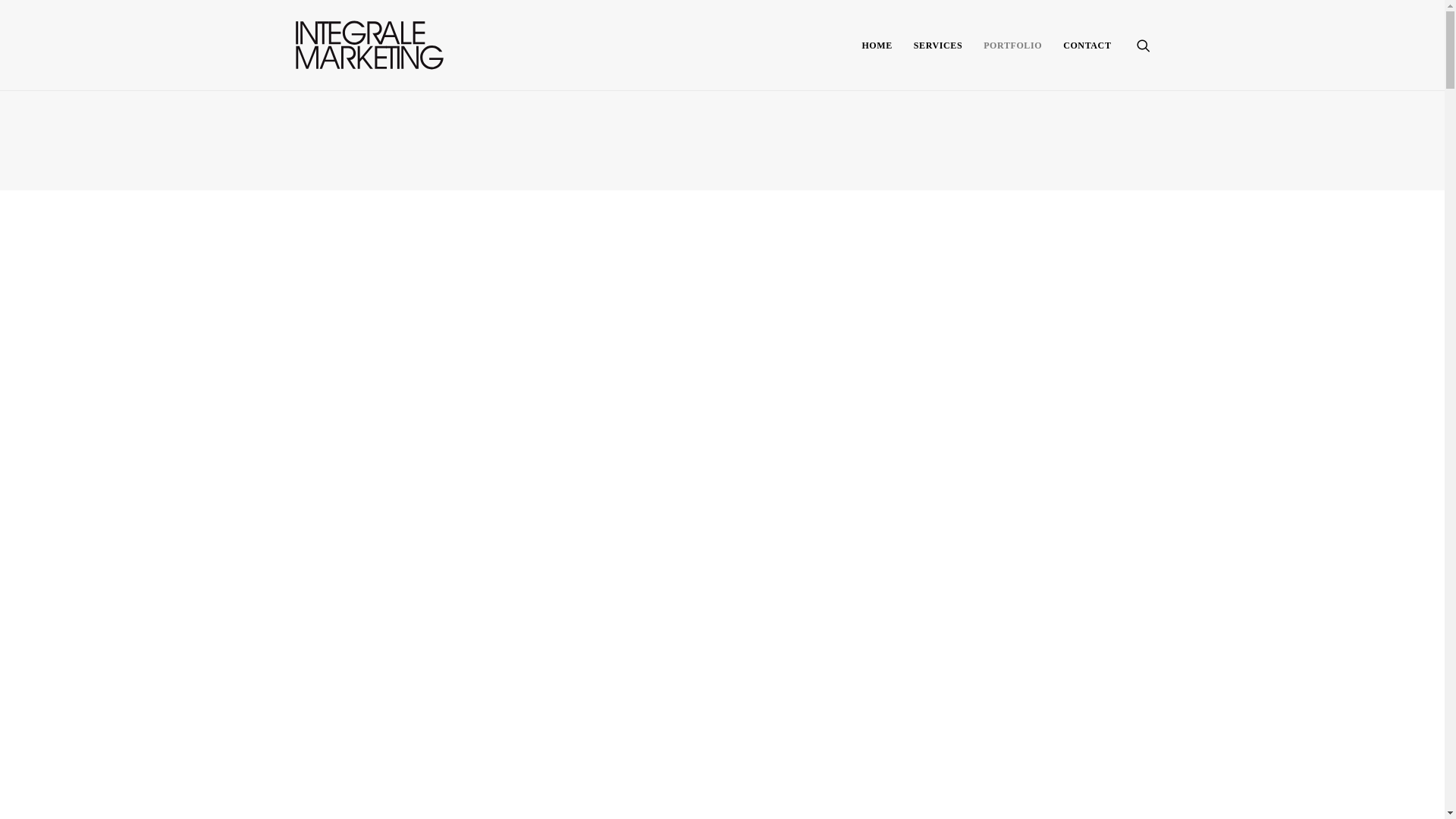  Describe the element at coordinates (972, 44) in the screenshot. I see `'PORTFOLIO'` at that location.